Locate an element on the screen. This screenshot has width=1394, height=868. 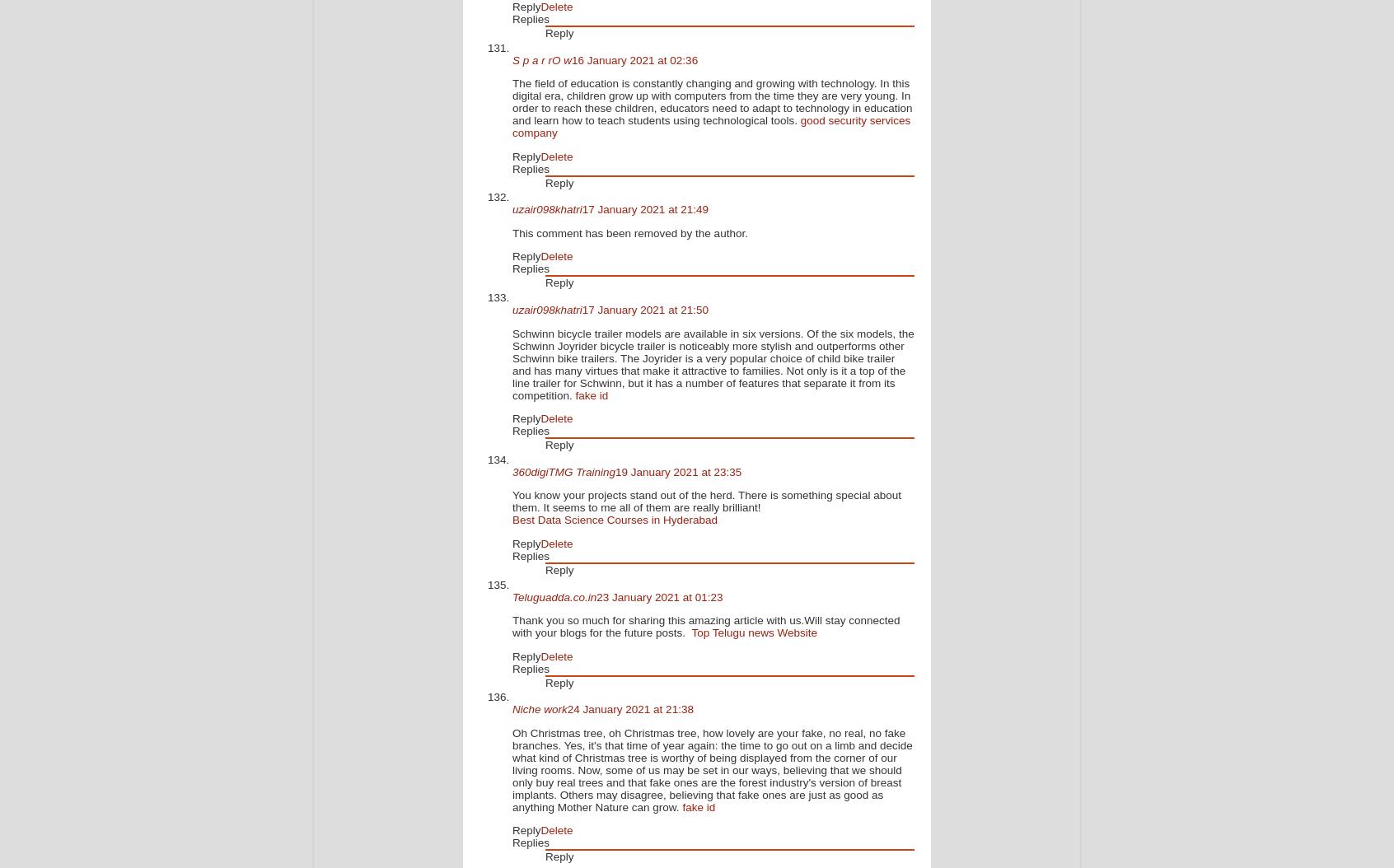
'Thank you so much for sharing this amazing article with us.Will stay connected with your blogs for the future posts.' is located at coordinates (511, 626).